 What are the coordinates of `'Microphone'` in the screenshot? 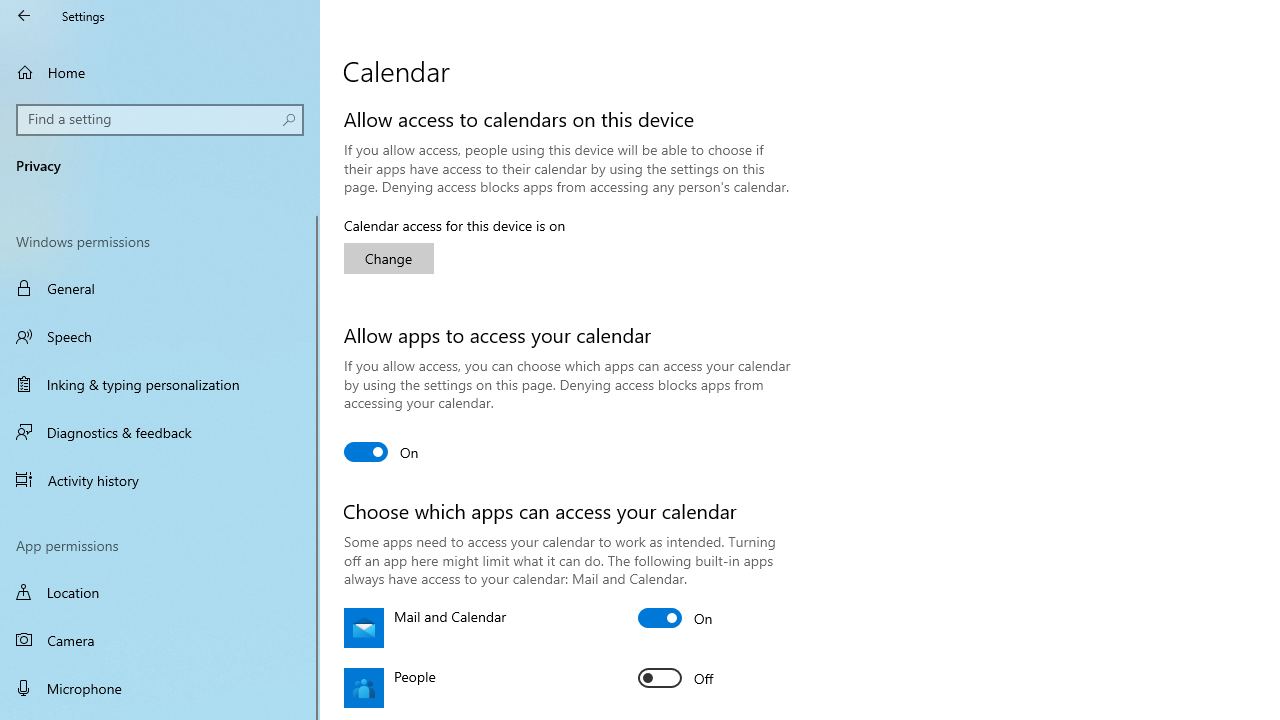 It's located at (160, 686).